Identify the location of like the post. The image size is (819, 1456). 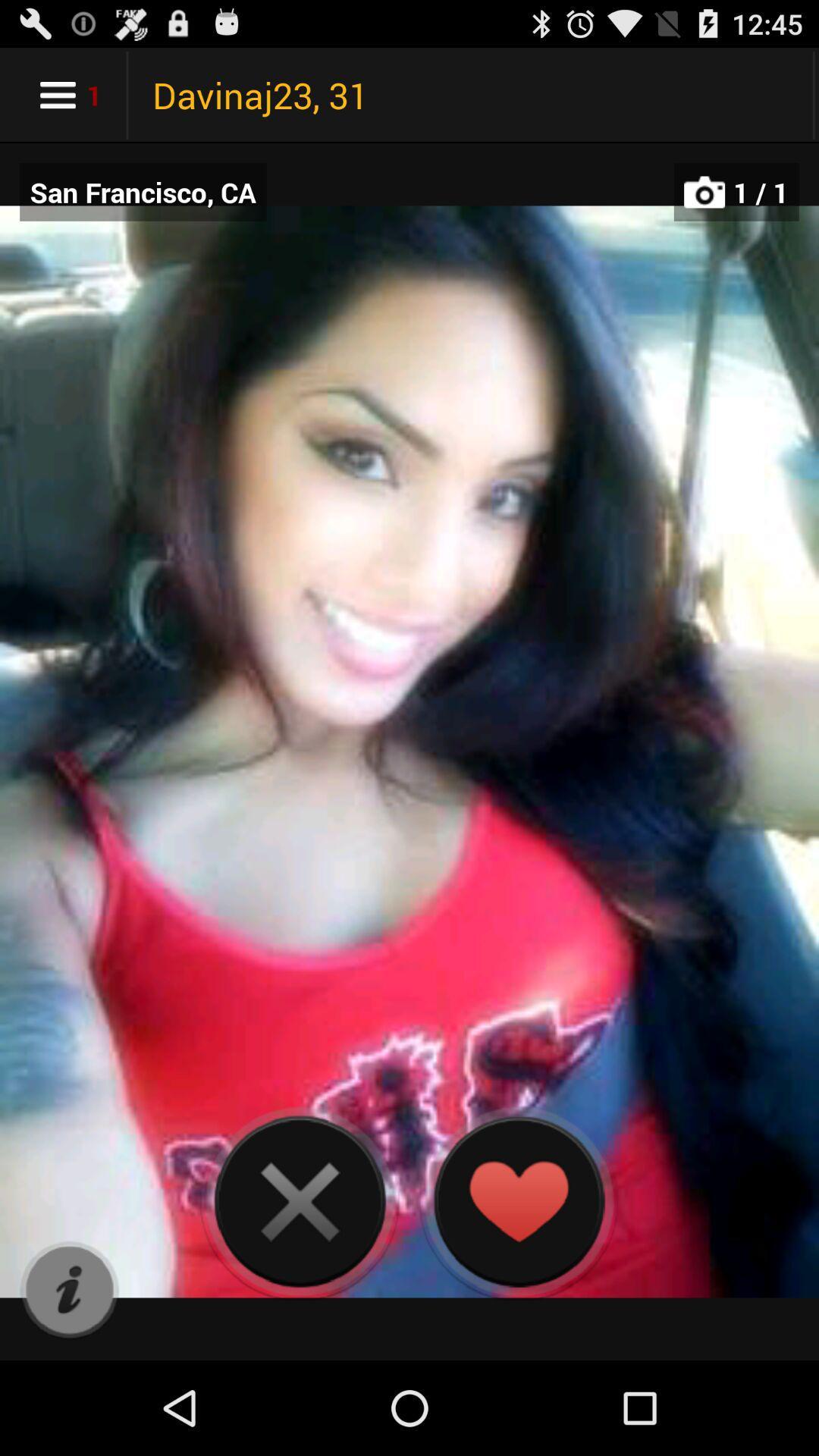
(517, 1200).